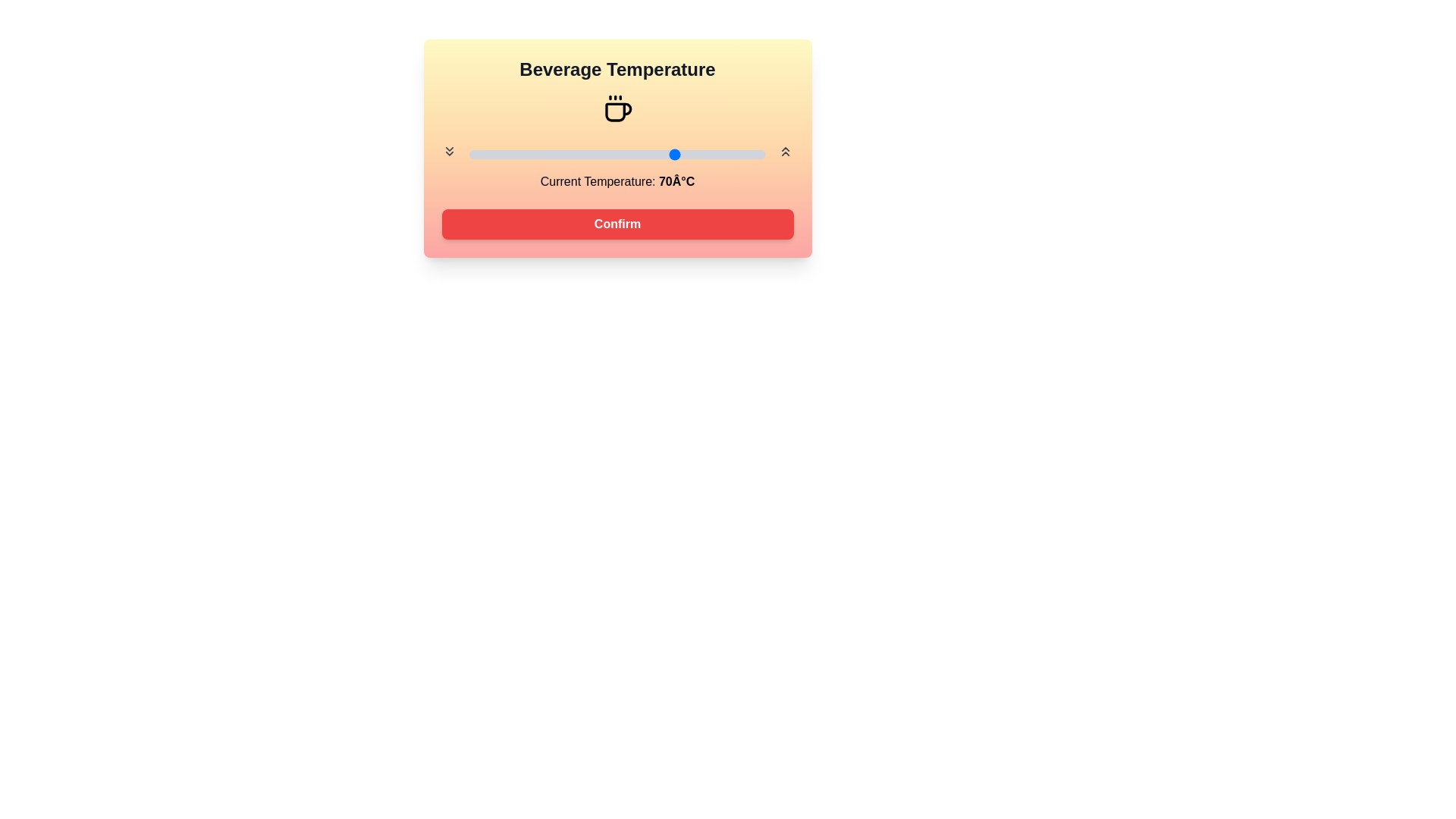 The width and height of the screenshot is (1456, 819). What do you see at coordinates (617, 224) in the screenshot?
I see `the confirm button to confirm the temperature setting` at bounding box center [617, 224].